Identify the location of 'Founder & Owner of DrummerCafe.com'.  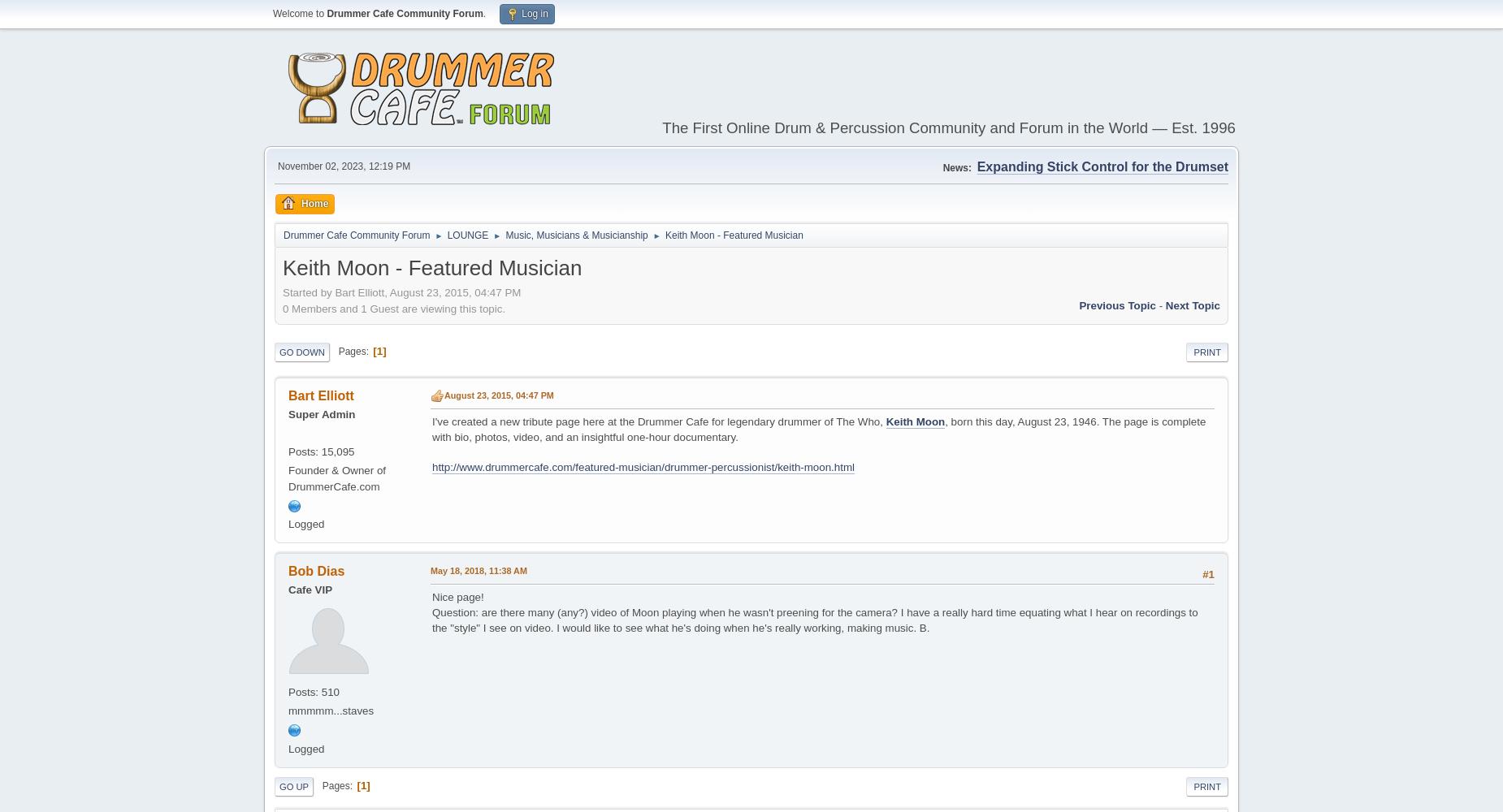
(336, 477).